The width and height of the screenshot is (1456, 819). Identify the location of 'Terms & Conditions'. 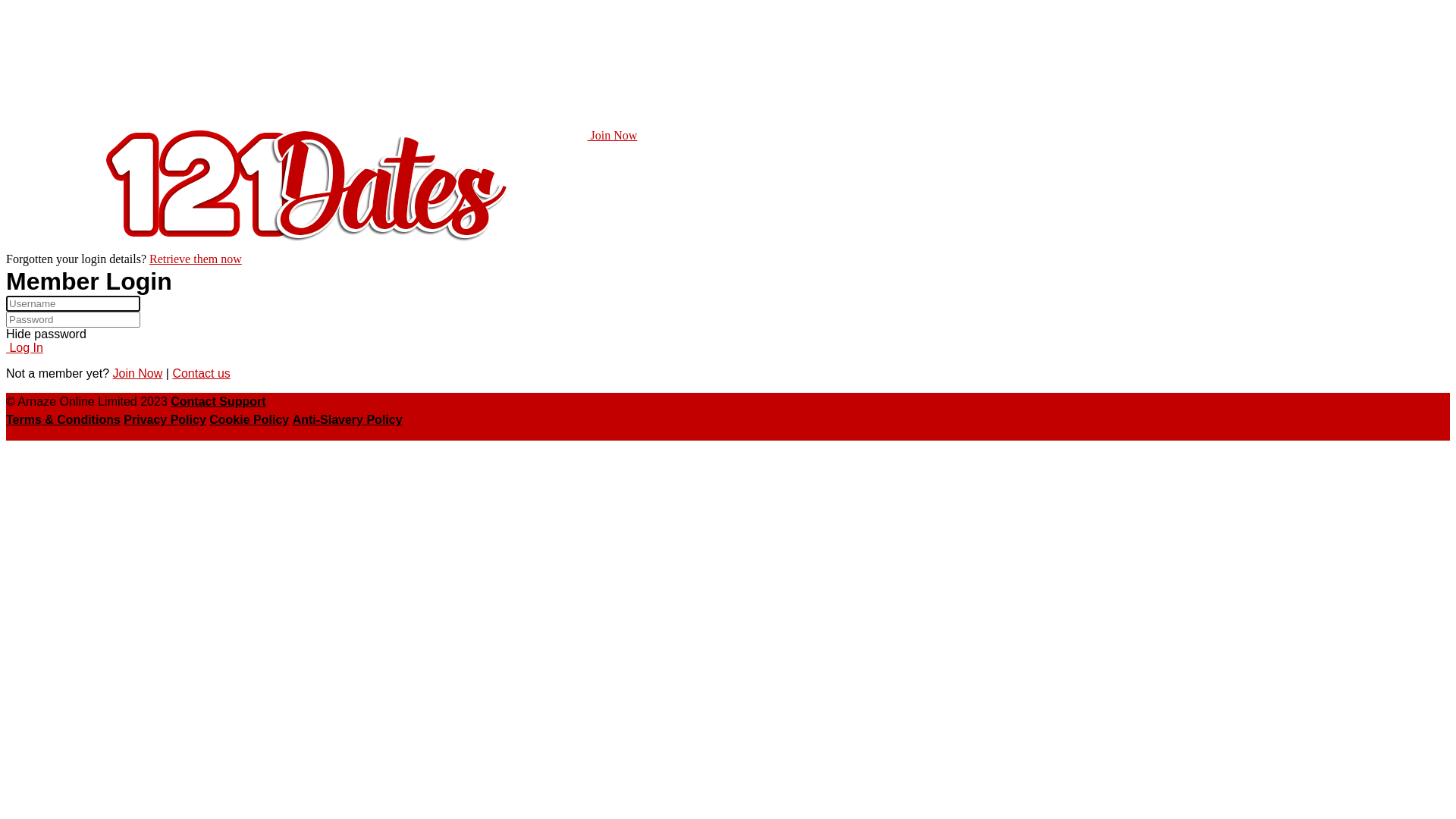
(6, 419).